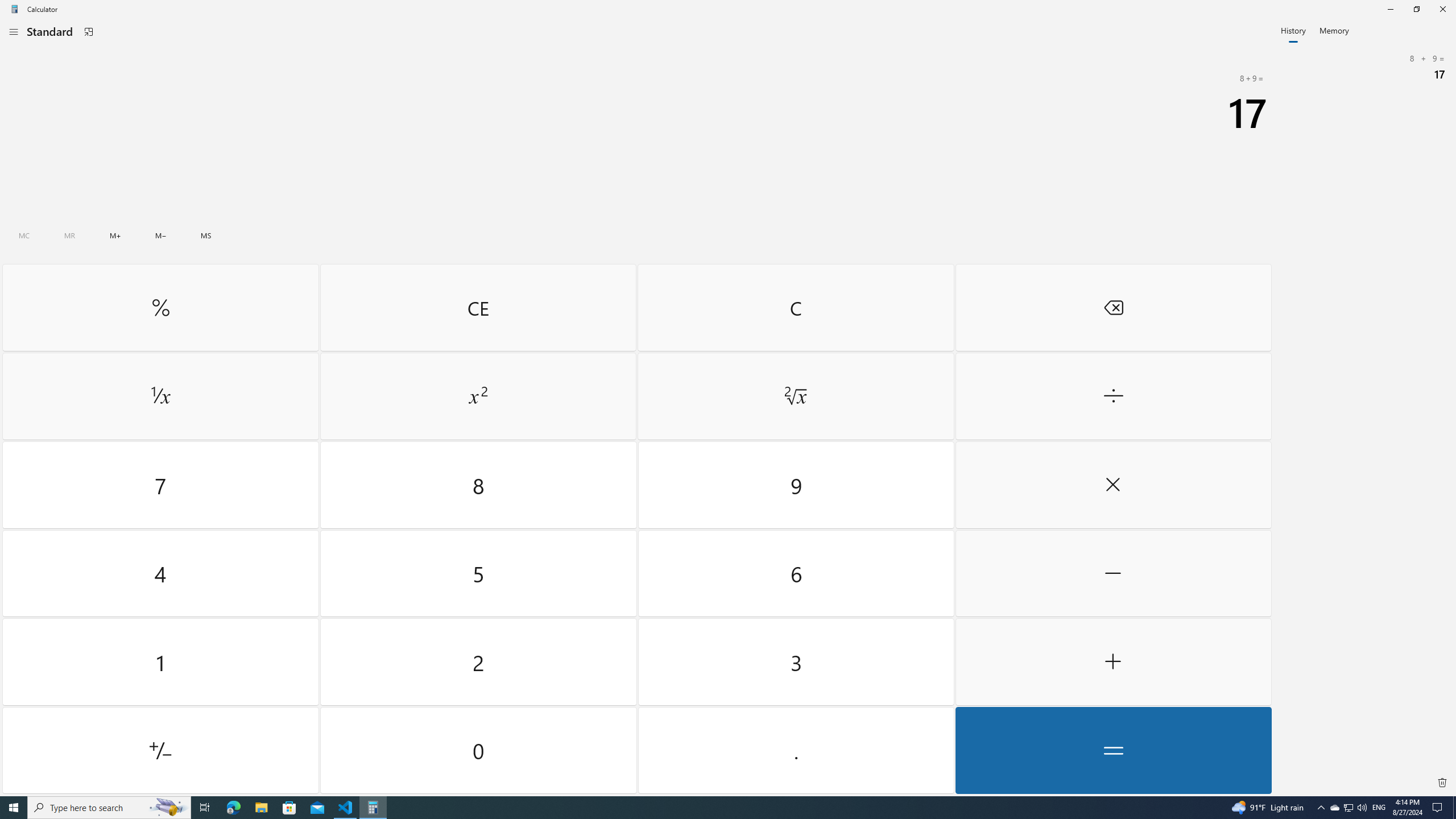  Describe the element at coordinates (88, 31) in the screenshot. I see `'Keep on top'` at that location.